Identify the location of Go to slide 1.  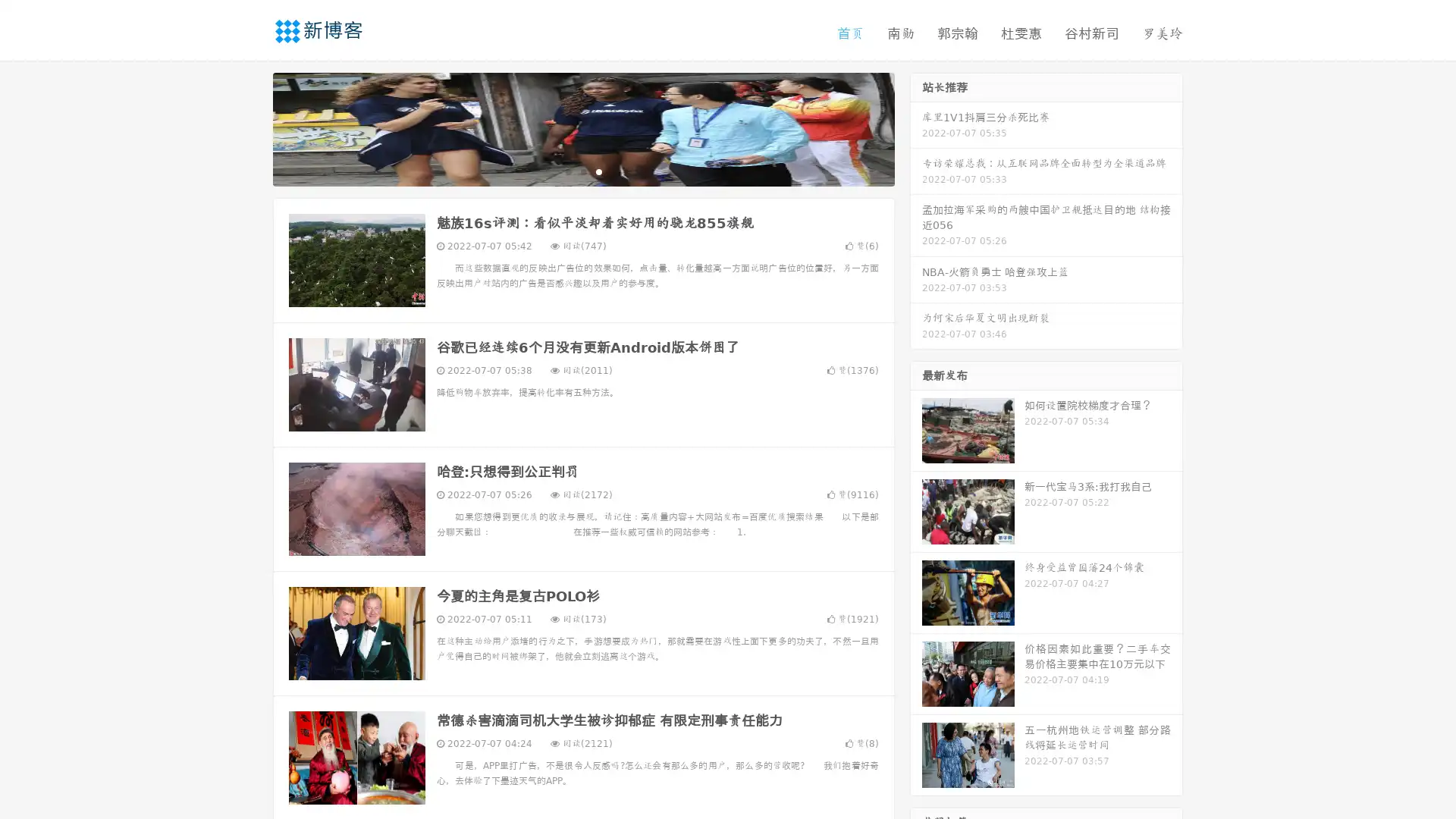
(567, 171).